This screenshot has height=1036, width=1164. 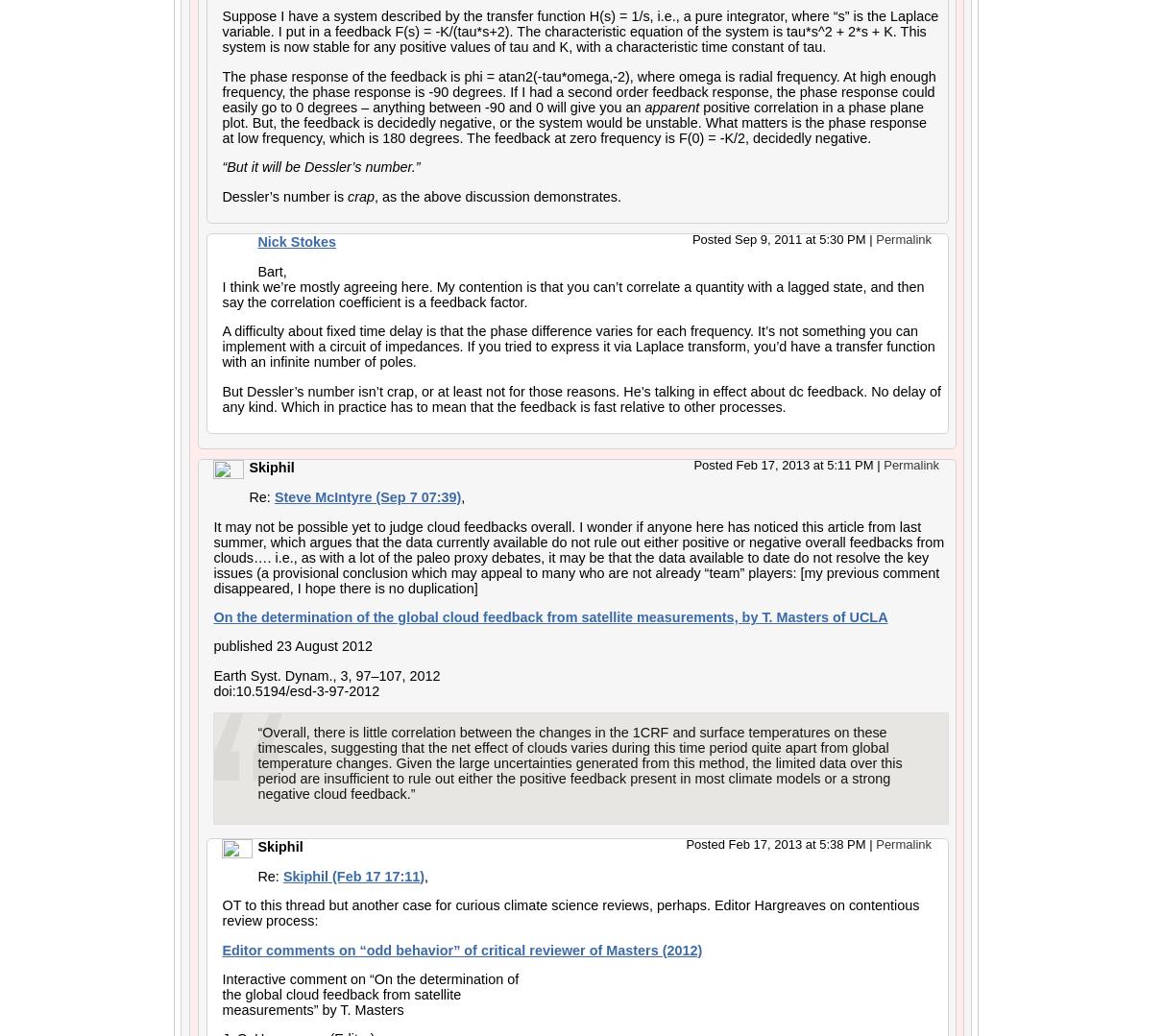 I want to click on 'the global cloud feedback from satellite', so click(x=340, y=994).